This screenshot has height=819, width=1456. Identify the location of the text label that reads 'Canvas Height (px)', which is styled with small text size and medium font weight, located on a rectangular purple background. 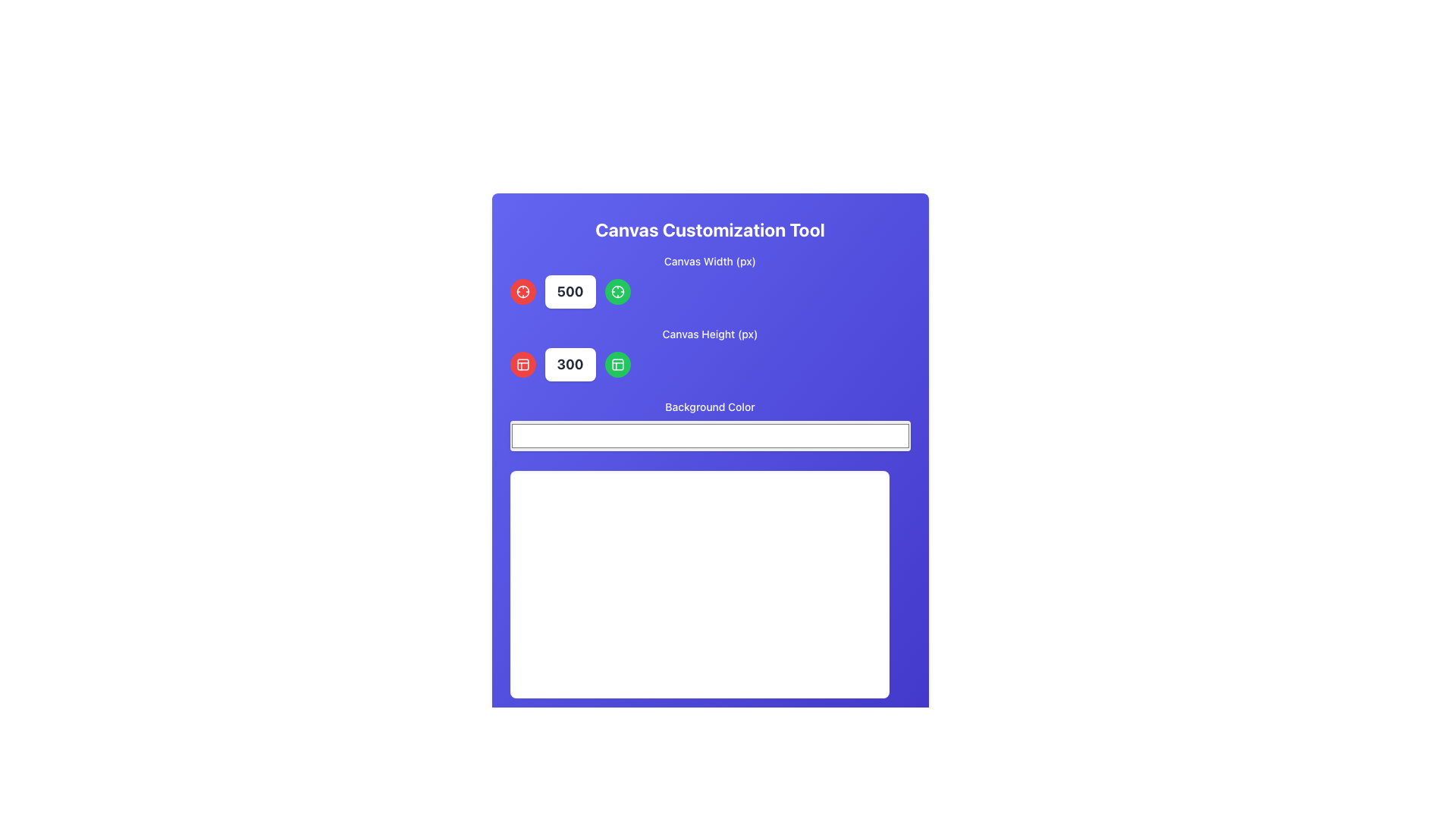
(709, 333).